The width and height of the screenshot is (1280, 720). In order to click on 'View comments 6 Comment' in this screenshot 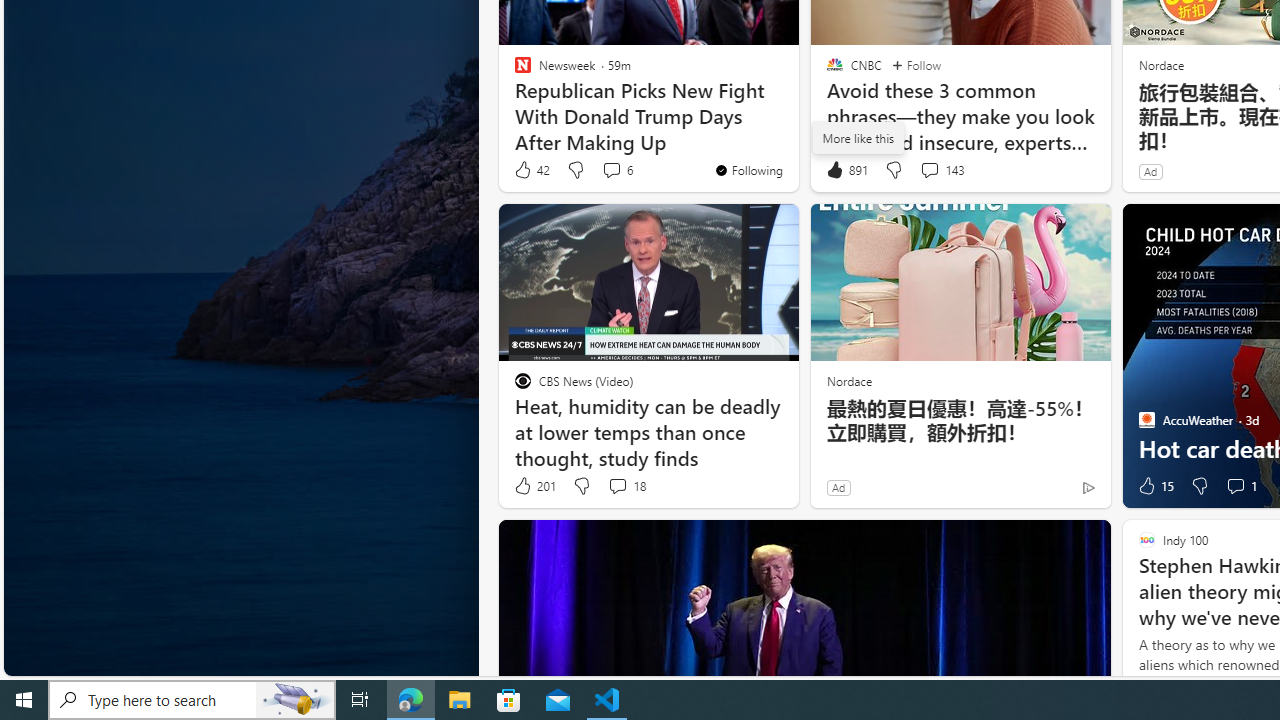, I will do `click(610, 168)`.